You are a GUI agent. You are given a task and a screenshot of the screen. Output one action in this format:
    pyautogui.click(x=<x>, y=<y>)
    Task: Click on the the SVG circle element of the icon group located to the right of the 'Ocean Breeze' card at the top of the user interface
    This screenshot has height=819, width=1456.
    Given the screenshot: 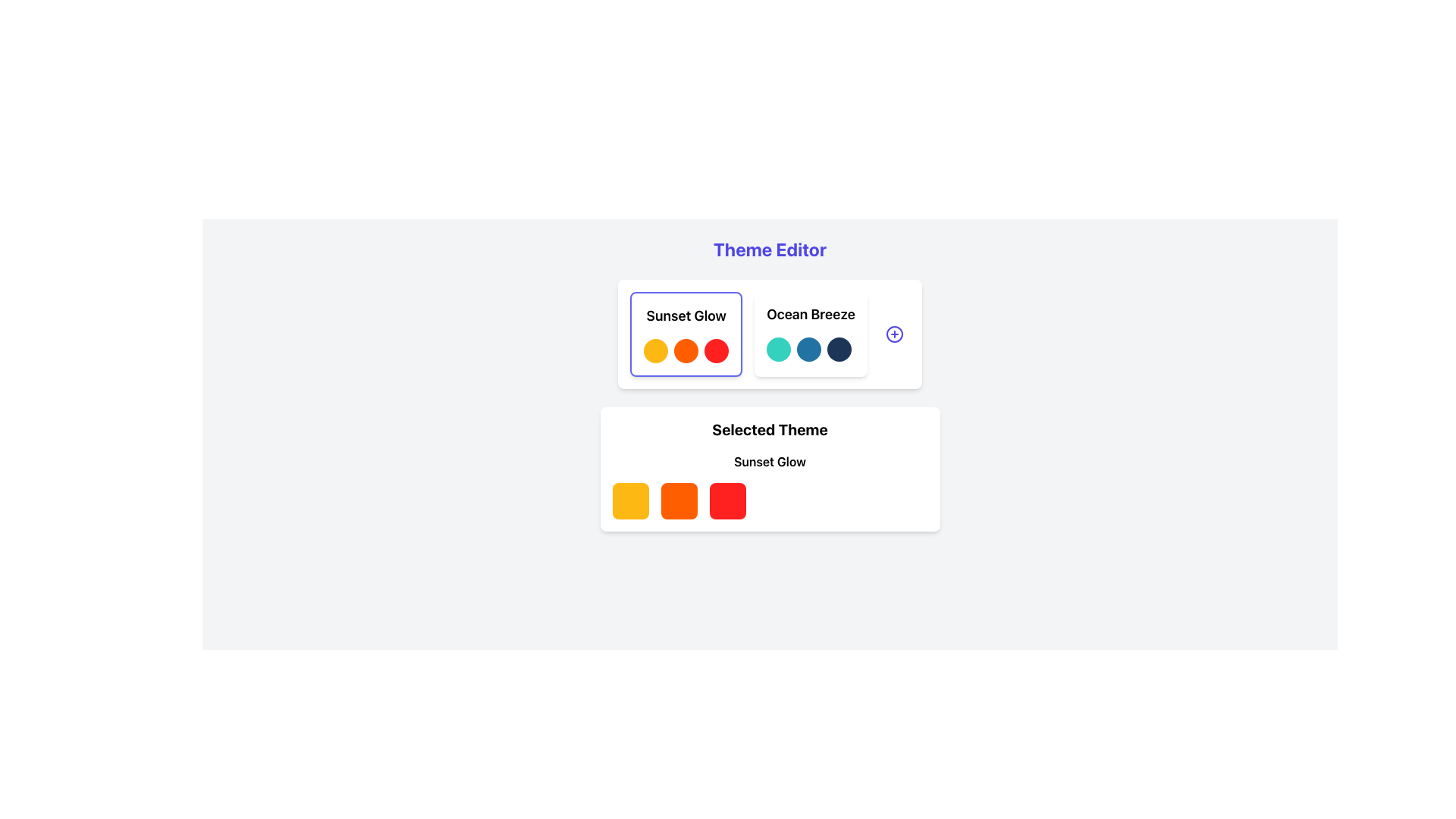 What is the action you would take?
    pyautogui.click(x=894, y=333)
    